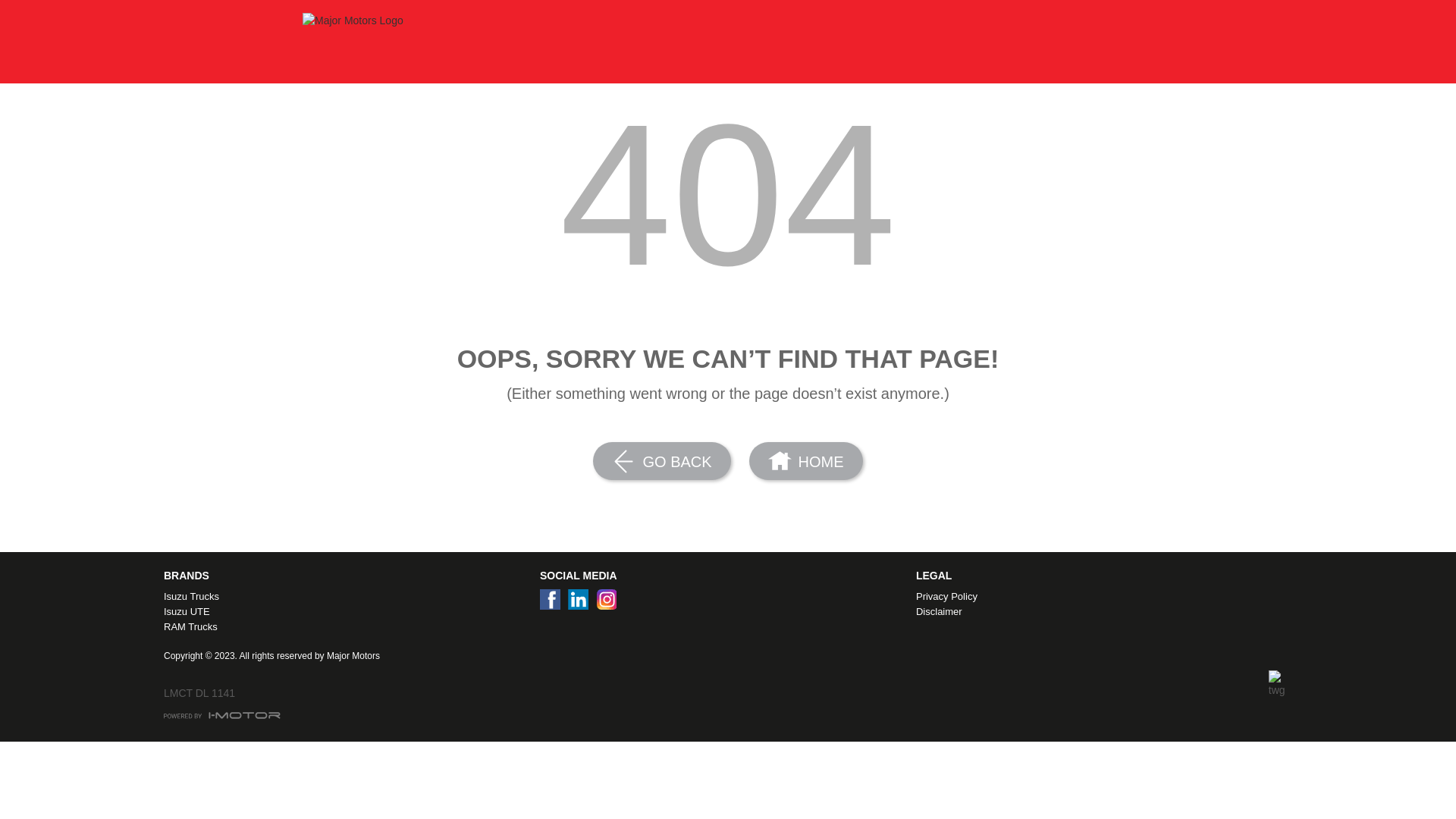 Image resolution: width=1456 pixels, height=819 pixels. I want to click on 'Isuzu Trucks', so click(164, 595).